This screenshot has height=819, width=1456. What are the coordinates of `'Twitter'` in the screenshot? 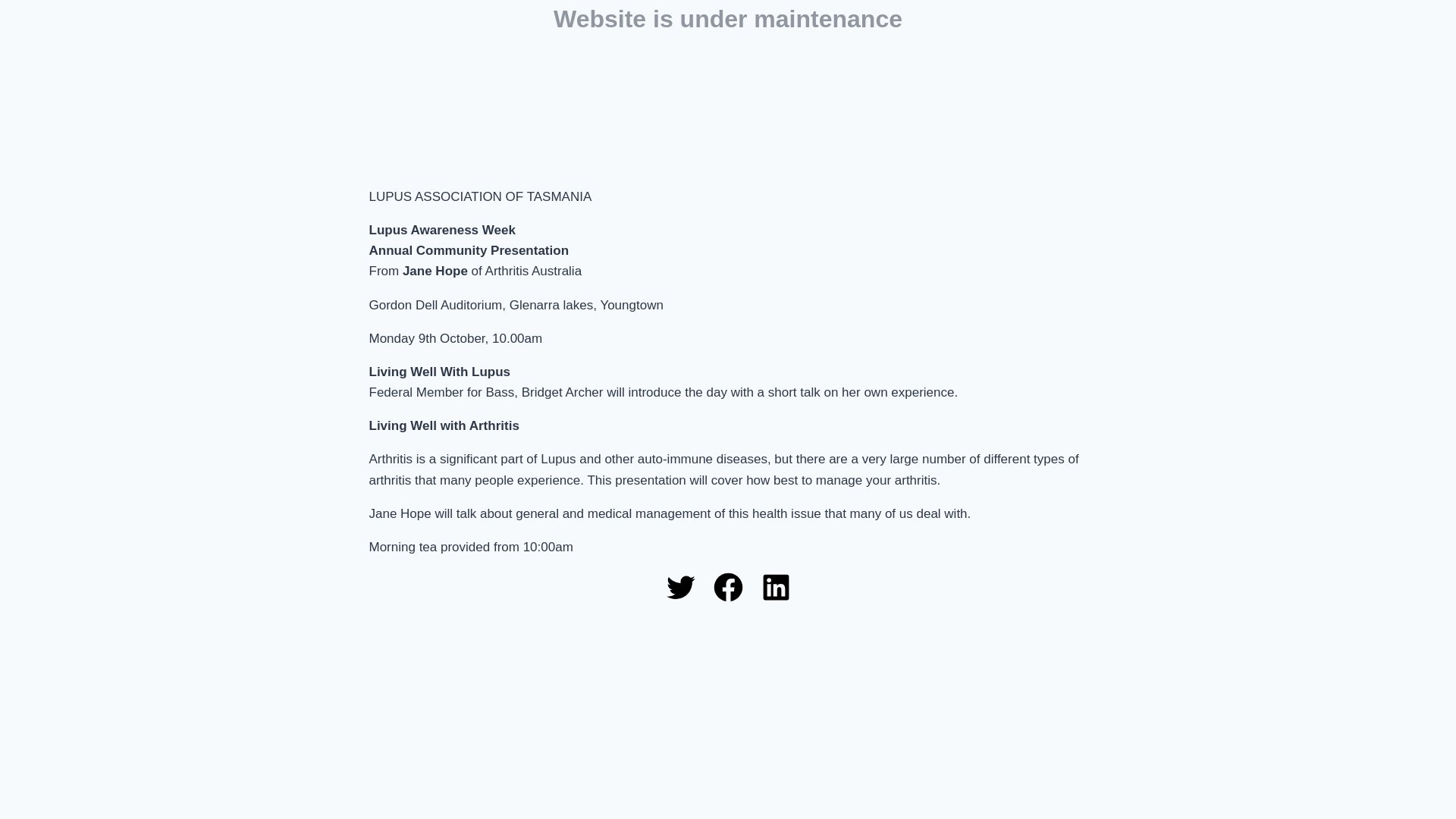 It's located at (679, 586).